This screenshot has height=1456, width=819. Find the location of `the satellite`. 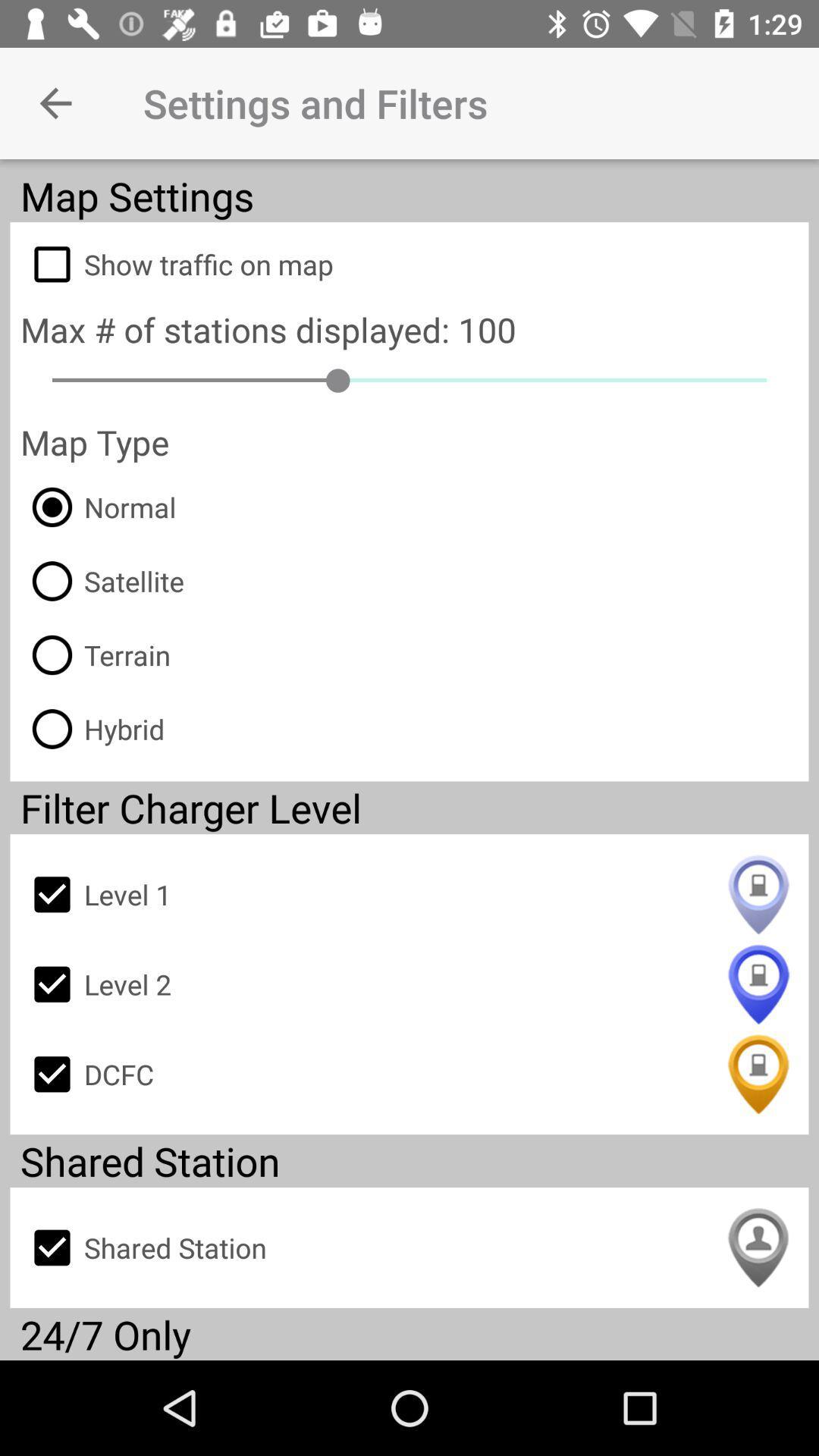

the satellite is located at coordinates (102, 580).